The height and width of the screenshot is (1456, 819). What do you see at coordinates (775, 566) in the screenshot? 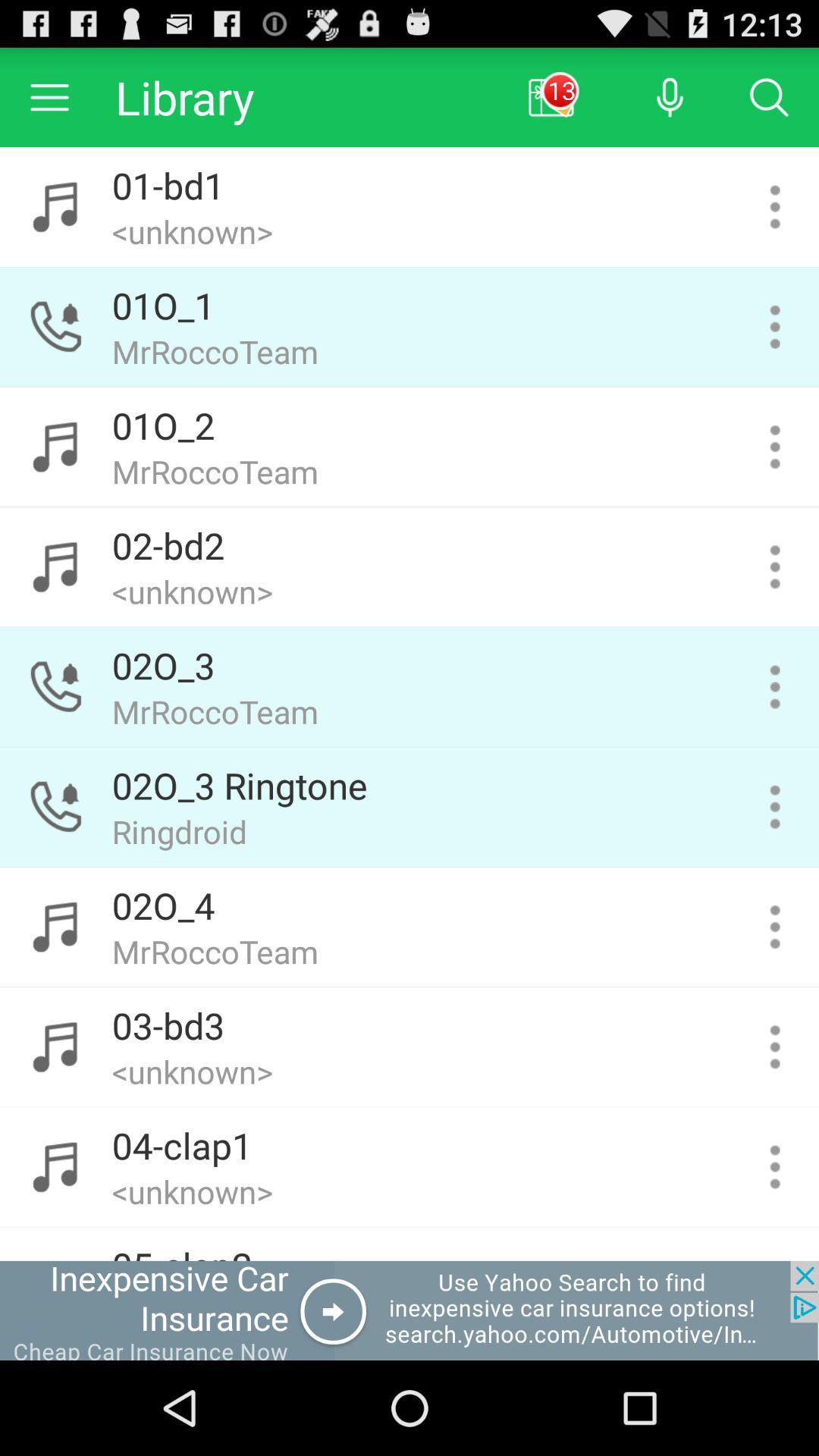
I see `for setting` at bounding box center [775, 566].